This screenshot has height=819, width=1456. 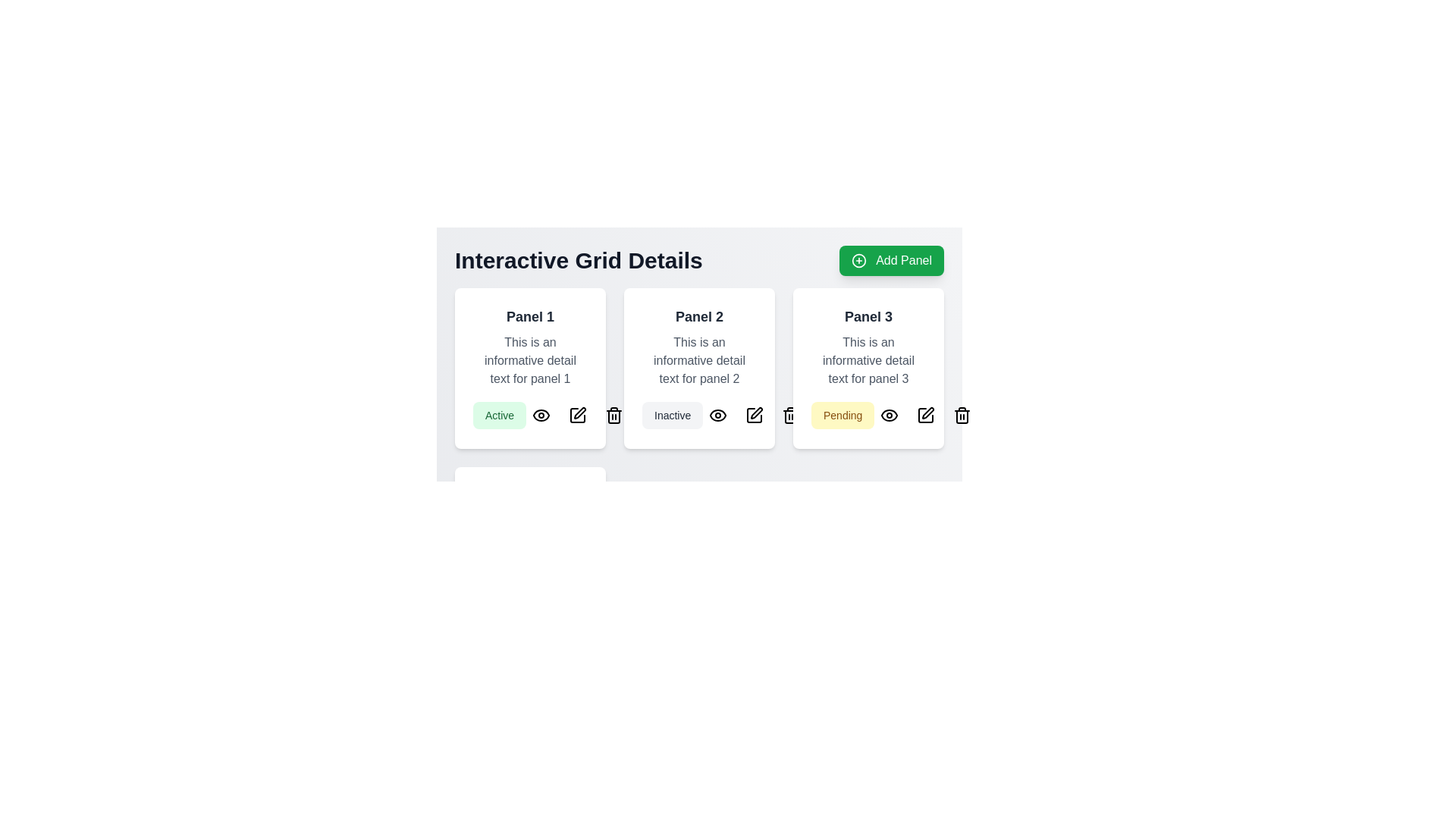 What do you see at coordinates (925, 415) in the screenshot?
I see `the edit icon button, which is a square icon with a black outline, located beneath 'Panel 3' between the eye icon and the trashcan icon` at bounding box center [925, 415].